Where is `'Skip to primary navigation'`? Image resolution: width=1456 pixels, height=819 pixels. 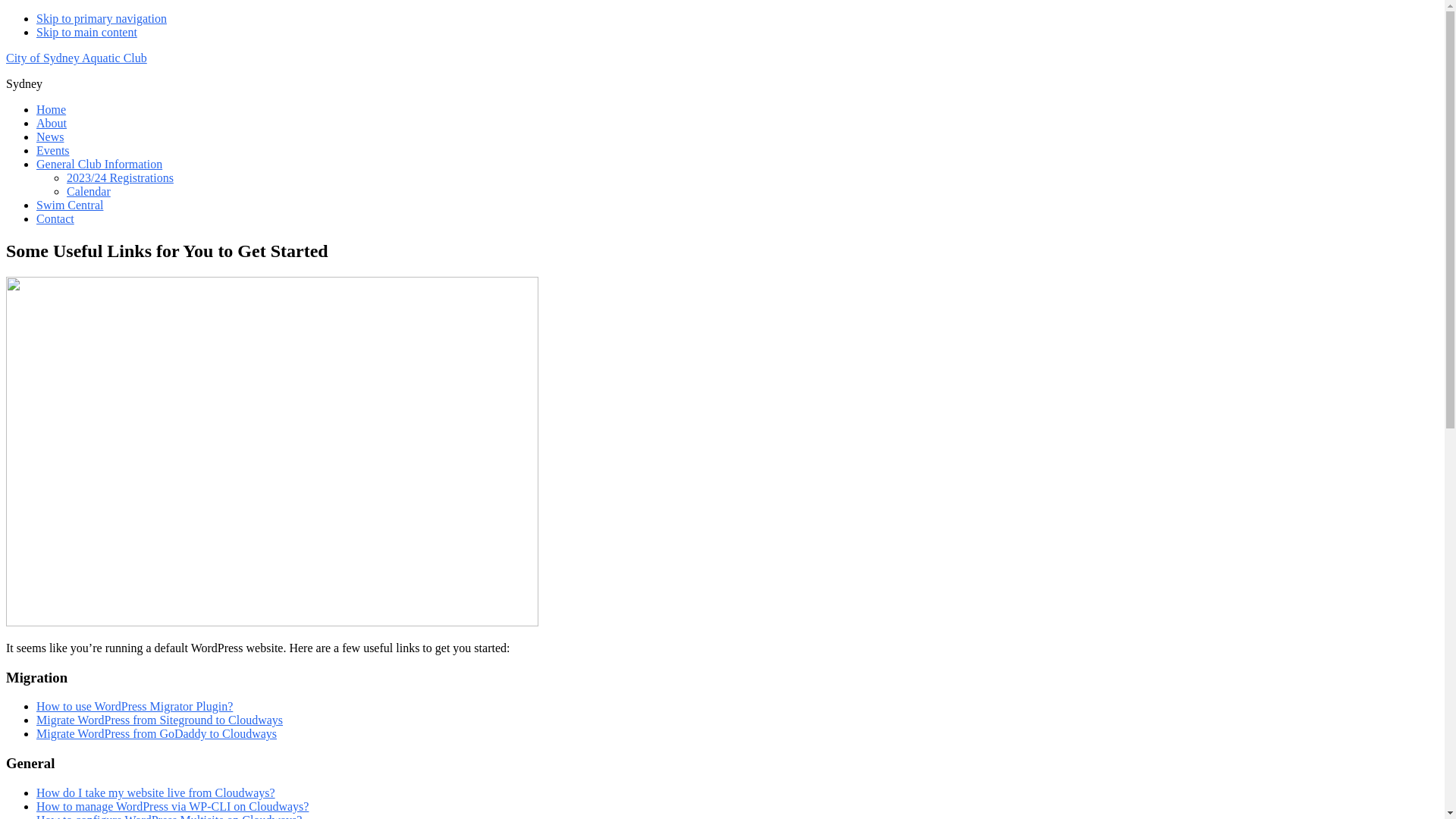 'Skip to primary navigation' is located at coordinates (101, 18).